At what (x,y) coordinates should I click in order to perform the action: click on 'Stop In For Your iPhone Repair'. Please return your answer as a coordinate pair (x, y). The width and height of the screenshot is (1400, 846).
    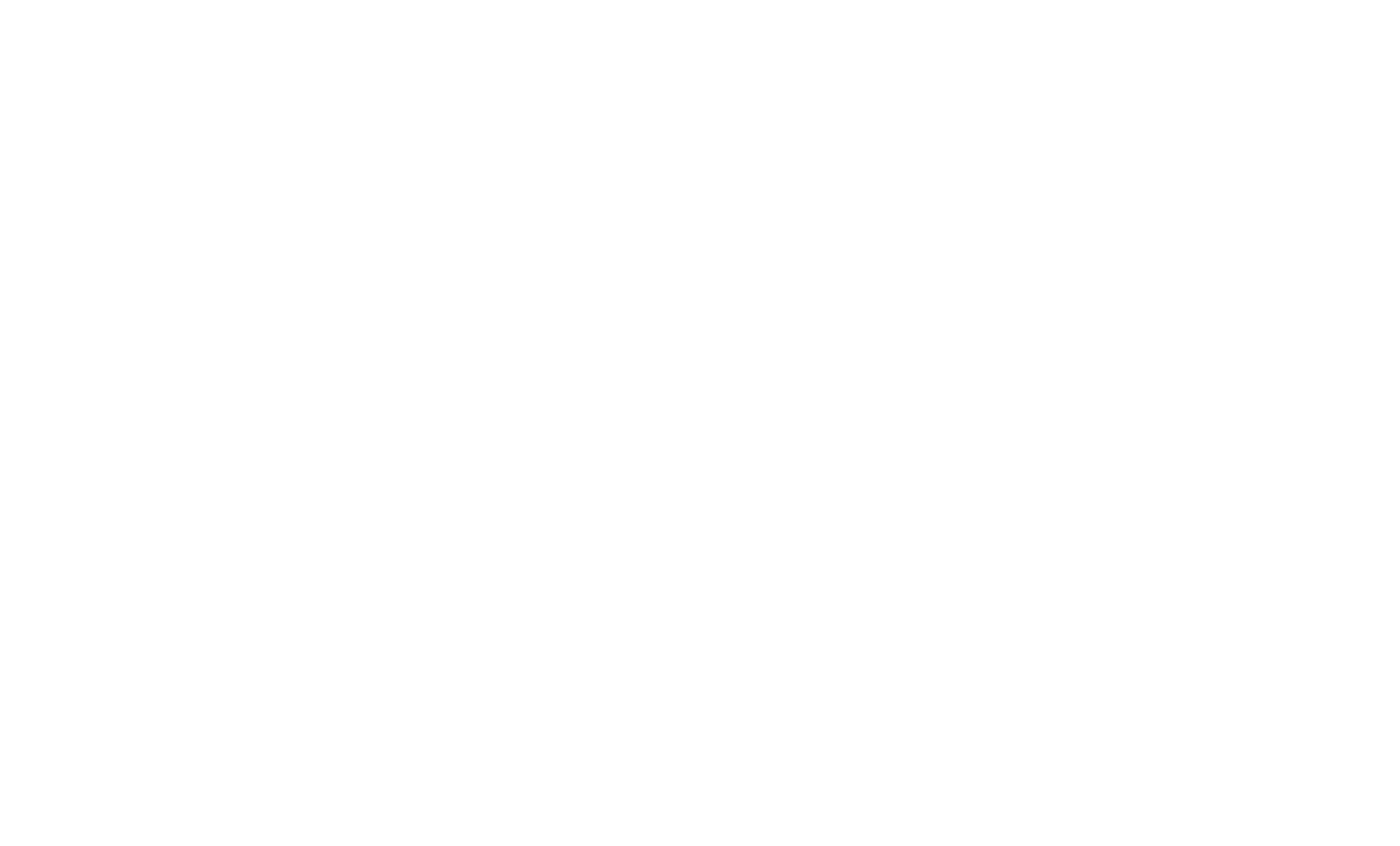
    Looking at the image, I should click on (699, 597).